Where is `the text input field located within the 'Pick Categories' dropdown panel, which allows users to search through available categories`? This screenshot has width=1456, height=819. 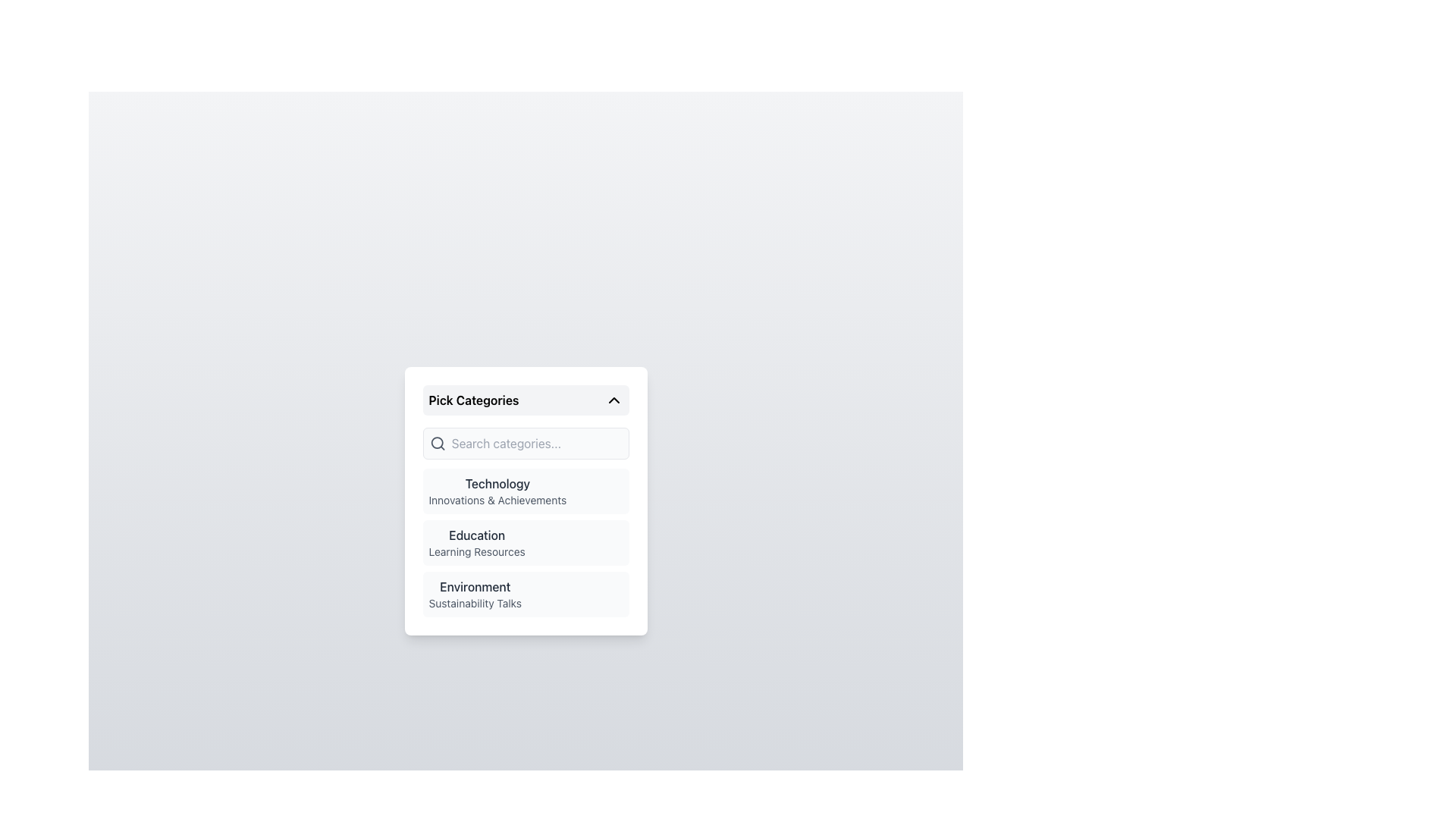 the text input field located within the 'Pick Categories' dropdown panel, which allows users to search through available categories is located at coordinates (526, 444).